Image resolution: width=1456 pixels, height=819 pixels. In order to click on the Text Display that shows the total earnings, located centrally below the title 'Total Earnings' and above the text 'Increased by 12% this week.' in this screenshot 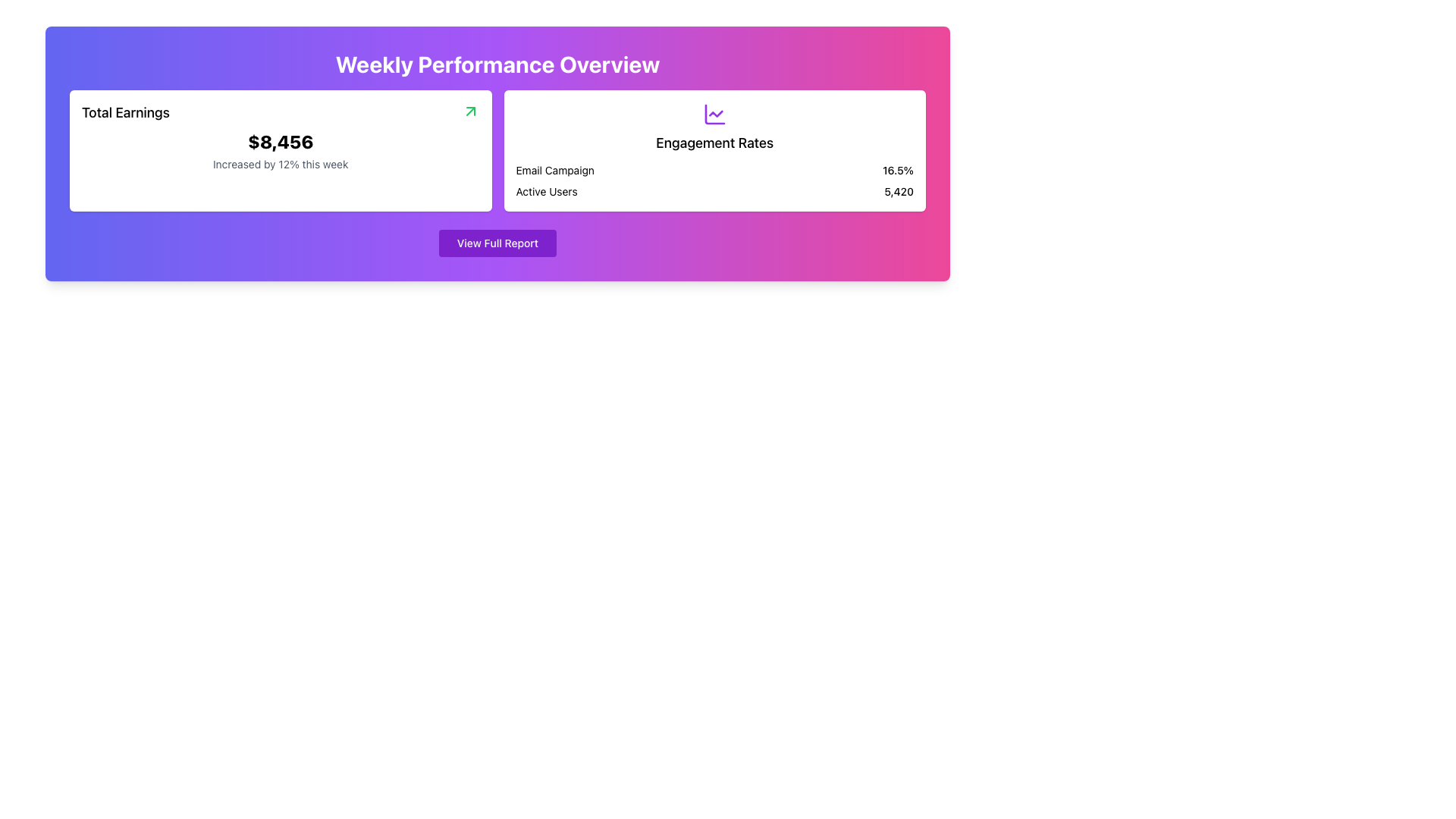, I will do `click(281, 141)`.